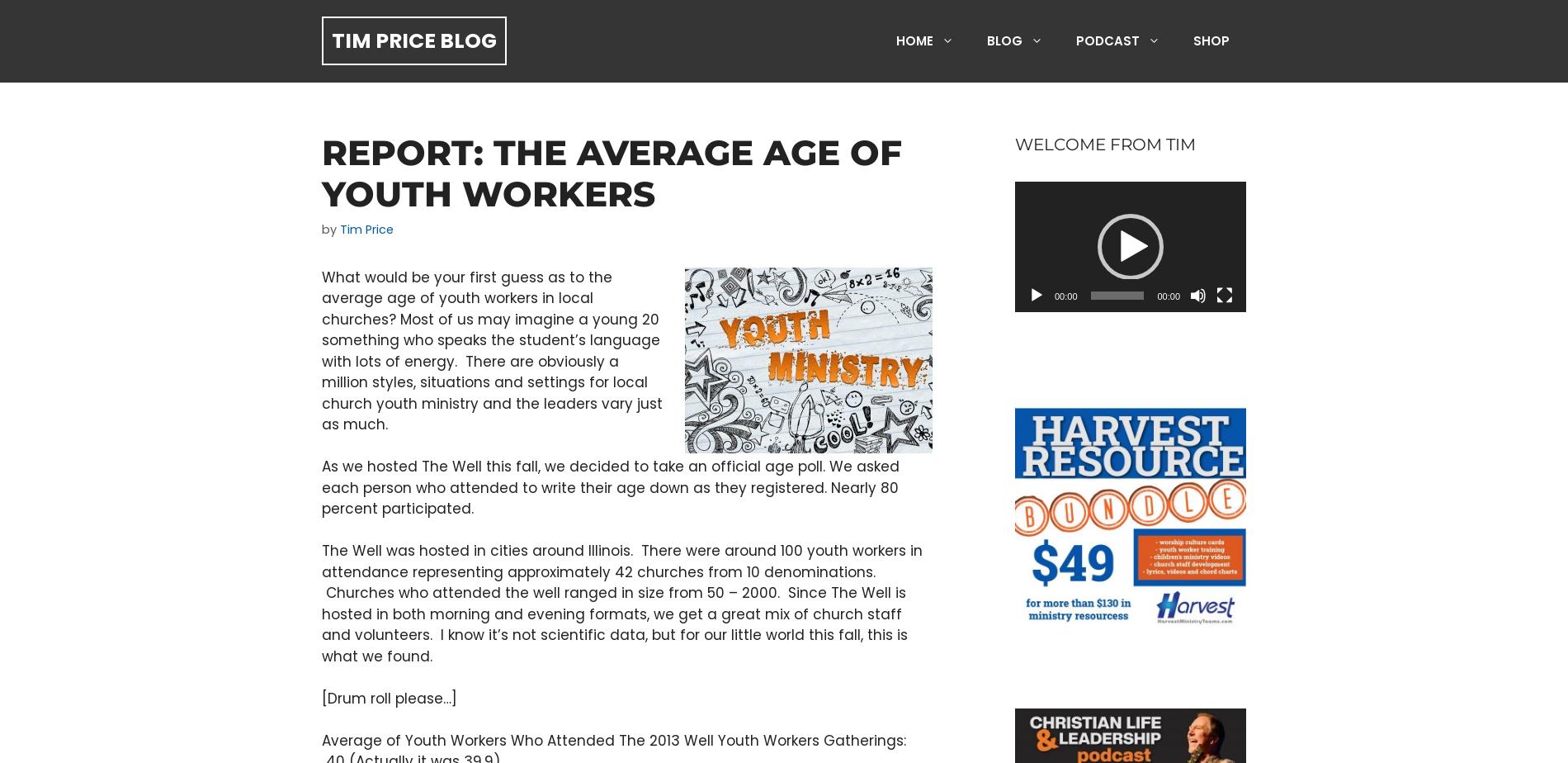 The width and height of the screenshot is (1568, 763). I want to click on 'Blog', so click(1004, 40).